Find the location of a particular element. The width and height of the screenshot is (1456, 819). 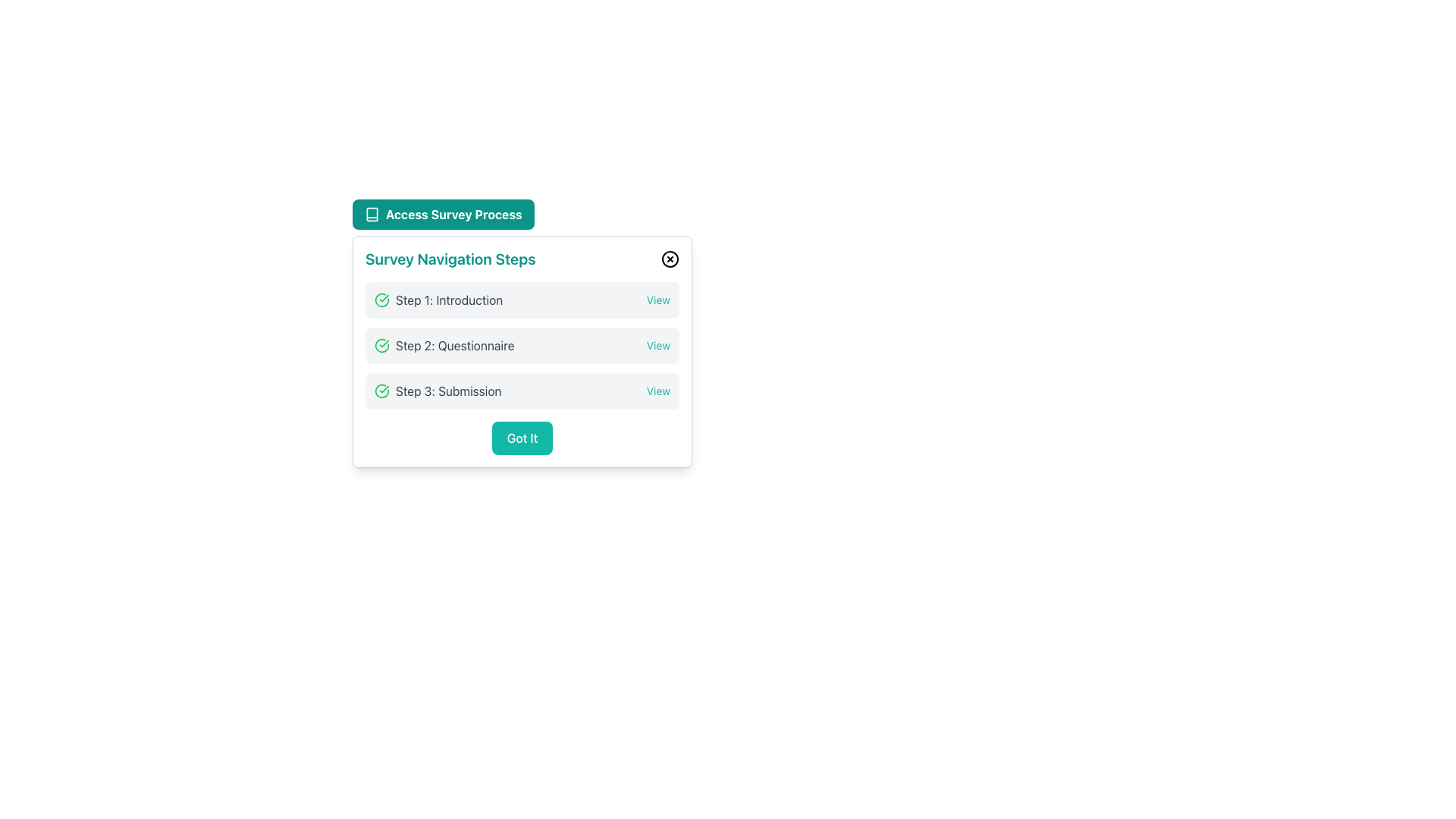

text label indicating the second step in the survey process, which is positioned below 'Step 1: Introduction' and above 'Step 3: Submission' in the 'Survey Navigation Steps' list is located at coordinates (454, 345).